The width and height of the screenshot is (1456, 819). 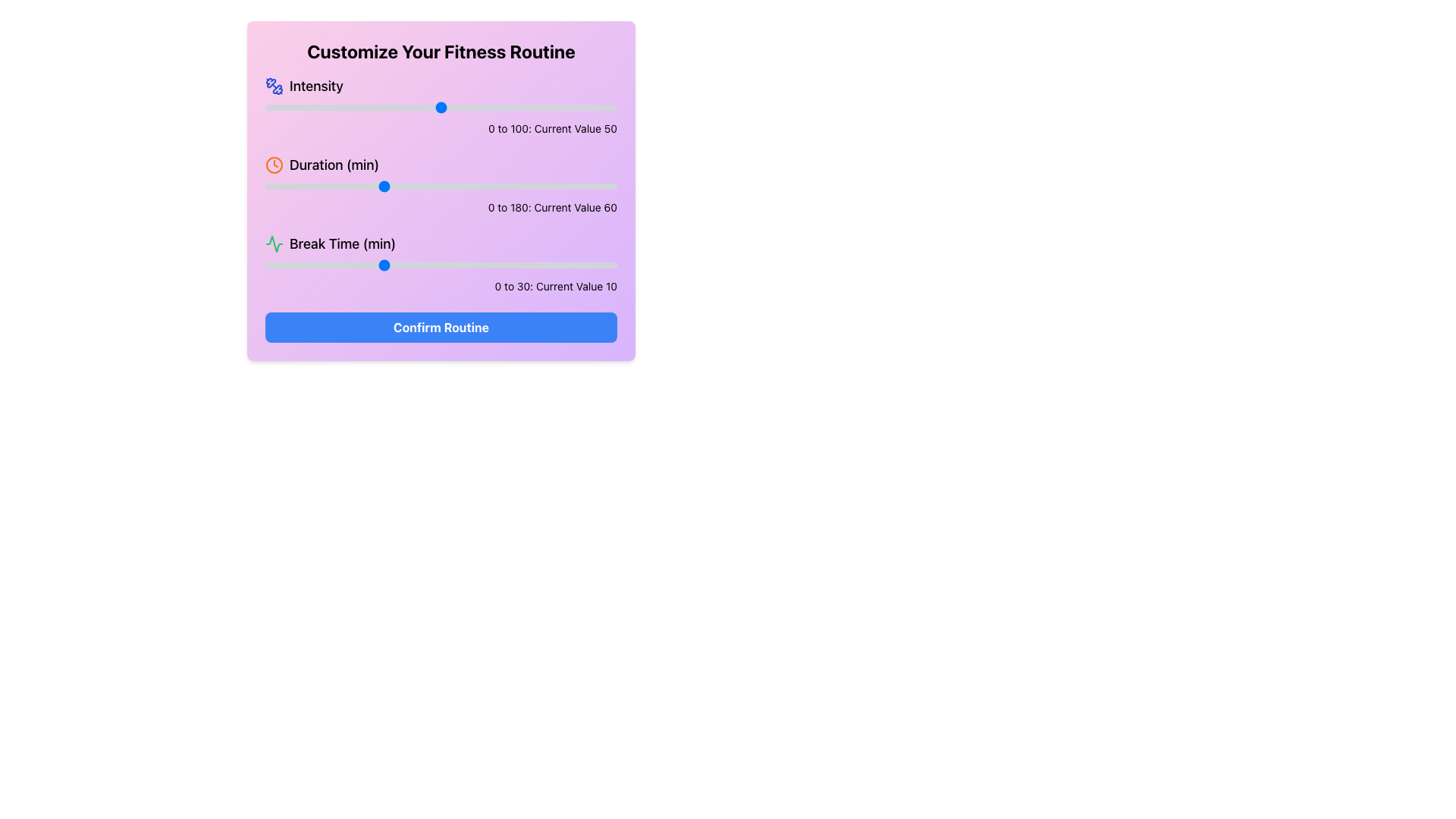 I want to click on the circular icon with an orange outline and white interior, which is the inner face of the clock icon located on the left side of the 'Duration (min)' row, so click(x=274, y=165).